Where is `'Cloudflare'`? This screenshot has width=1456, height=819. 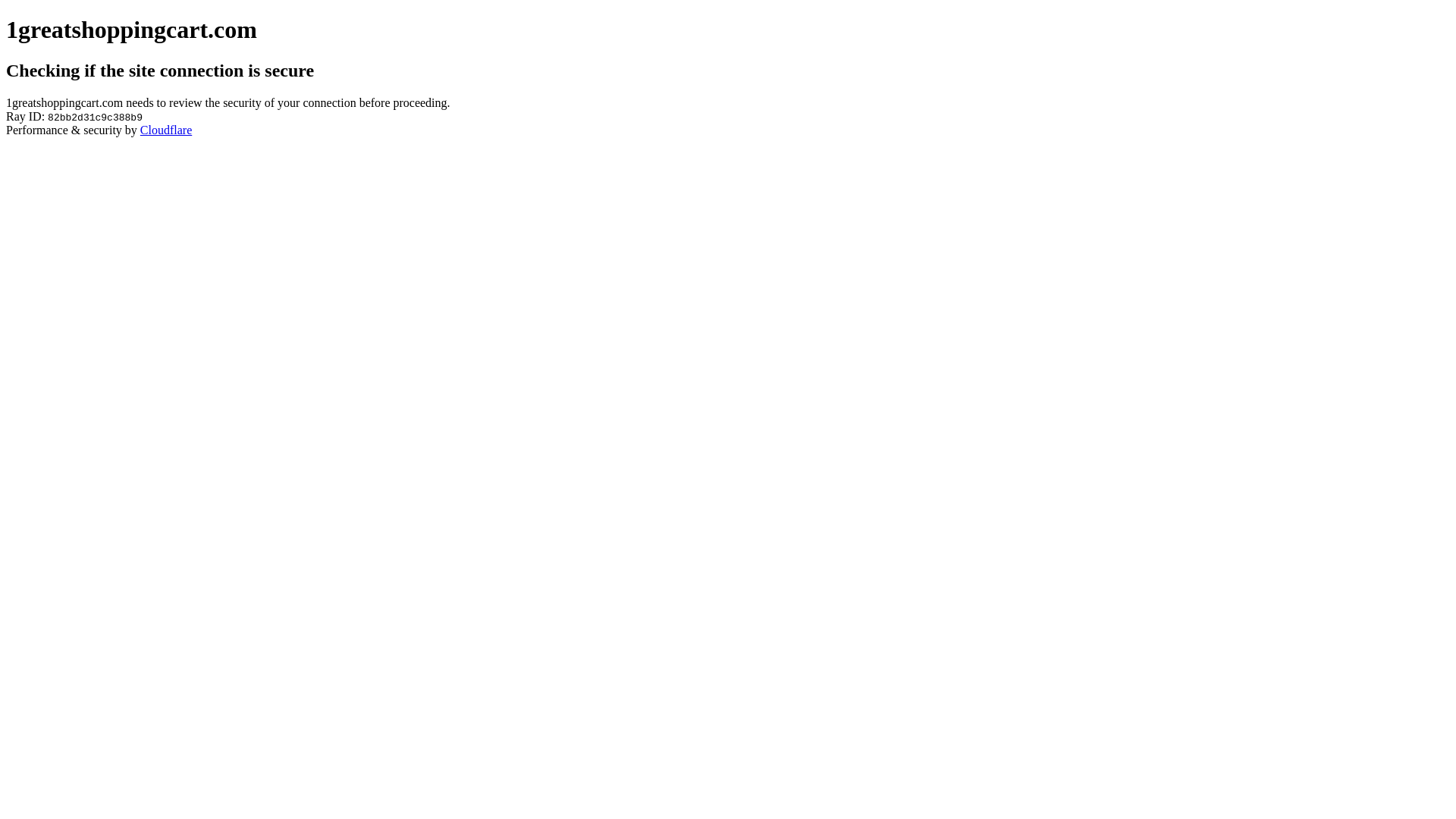
'Cloudflare' is located at coordinates (166, 129).